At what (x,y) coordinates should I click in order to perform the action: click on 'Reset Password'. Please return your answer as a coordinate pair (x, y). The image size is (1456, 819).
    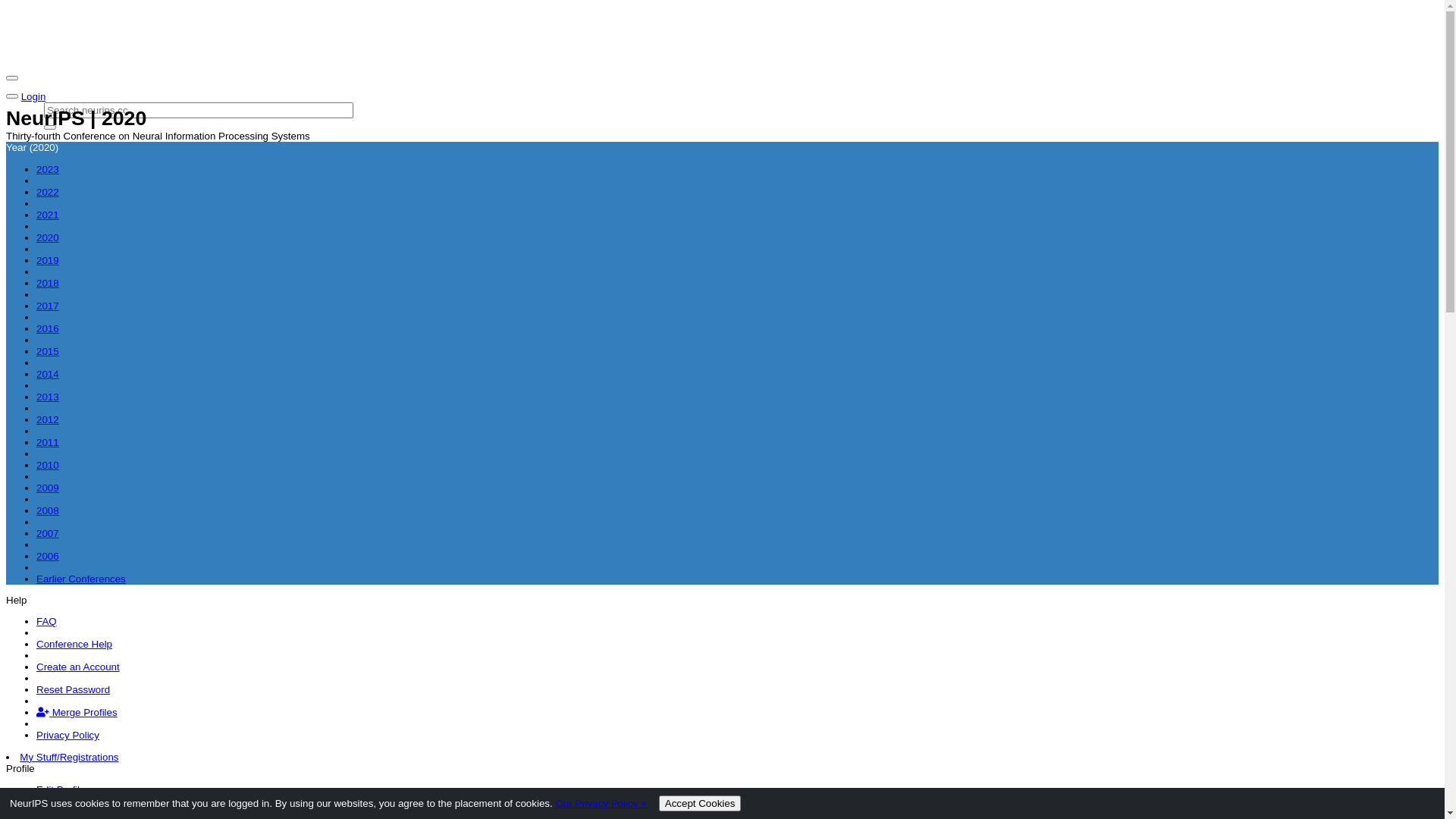
    Looking at the image, I should click on (36, 689).